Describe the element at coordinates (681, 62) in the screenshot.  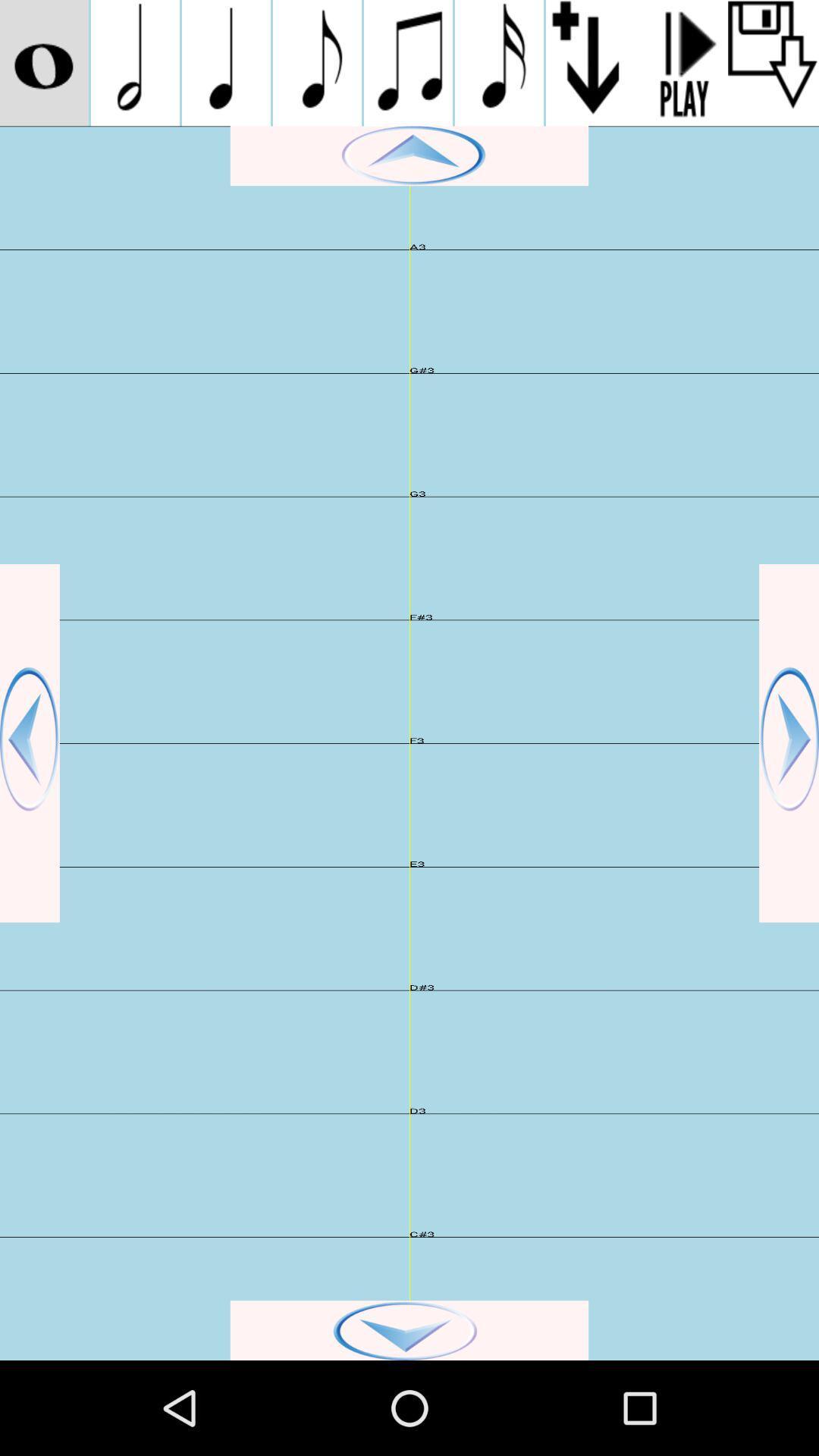
I see `plays the song` at that location.